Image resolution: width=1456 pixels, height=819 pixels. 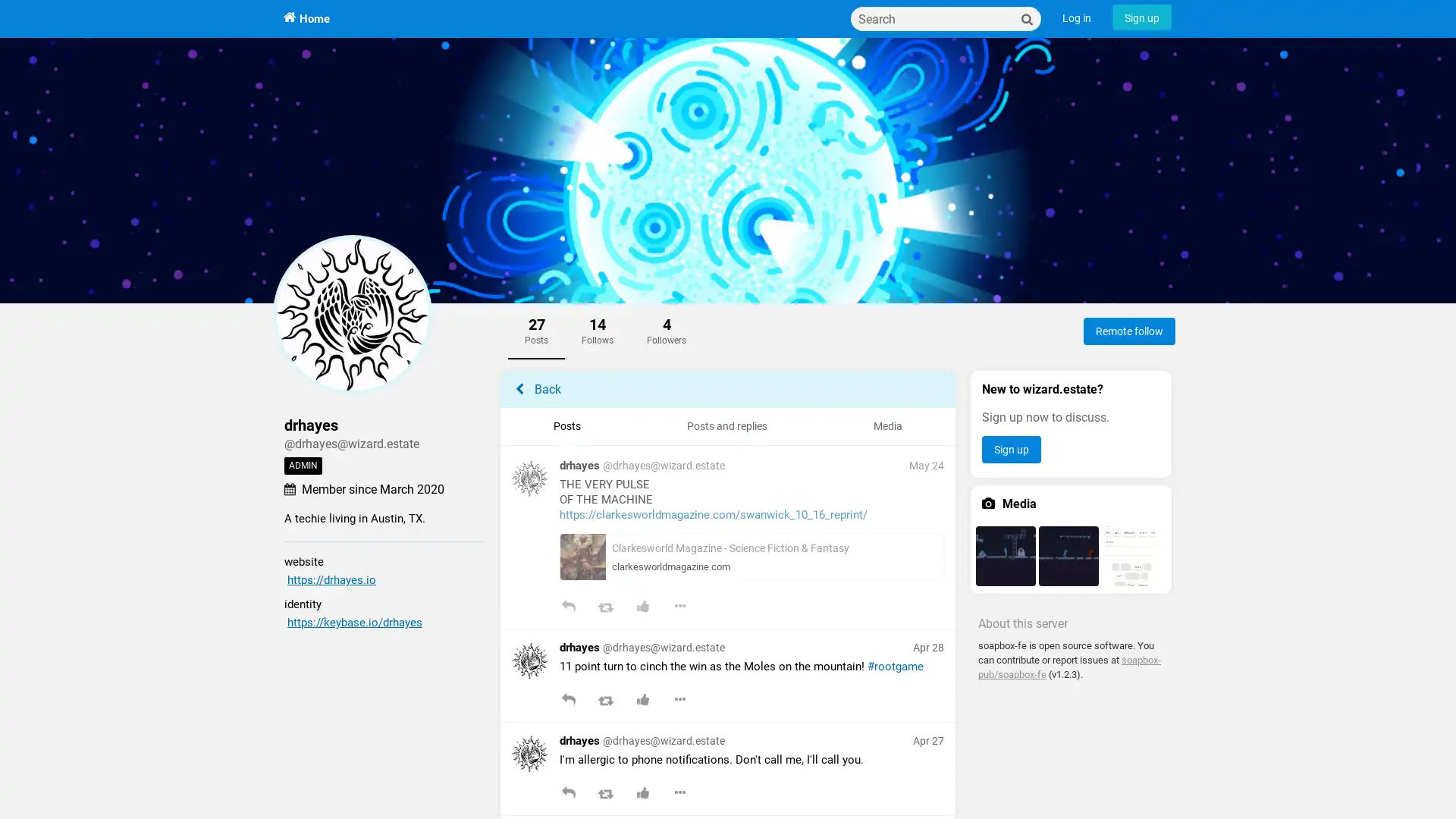 What do you see at coordinates (567, 794) in the screenshot?
I see `Reply` at bounding box center [567, 794].